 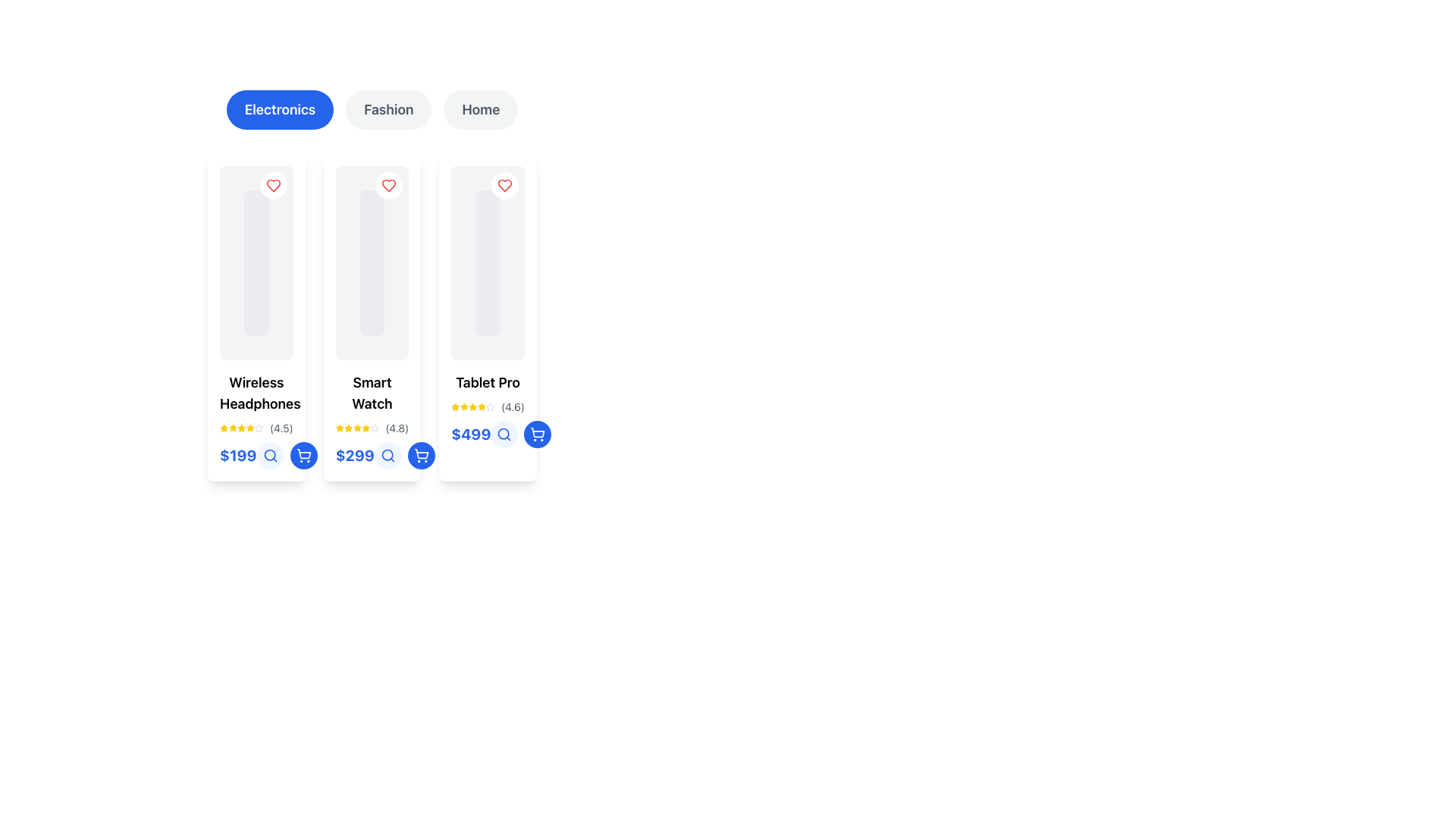 I want to click on the circular button with a light blue background and a magnifying glass icon located in the 'Tablet Pro' product card, positioned below the price section, so click(x=504, y=435).